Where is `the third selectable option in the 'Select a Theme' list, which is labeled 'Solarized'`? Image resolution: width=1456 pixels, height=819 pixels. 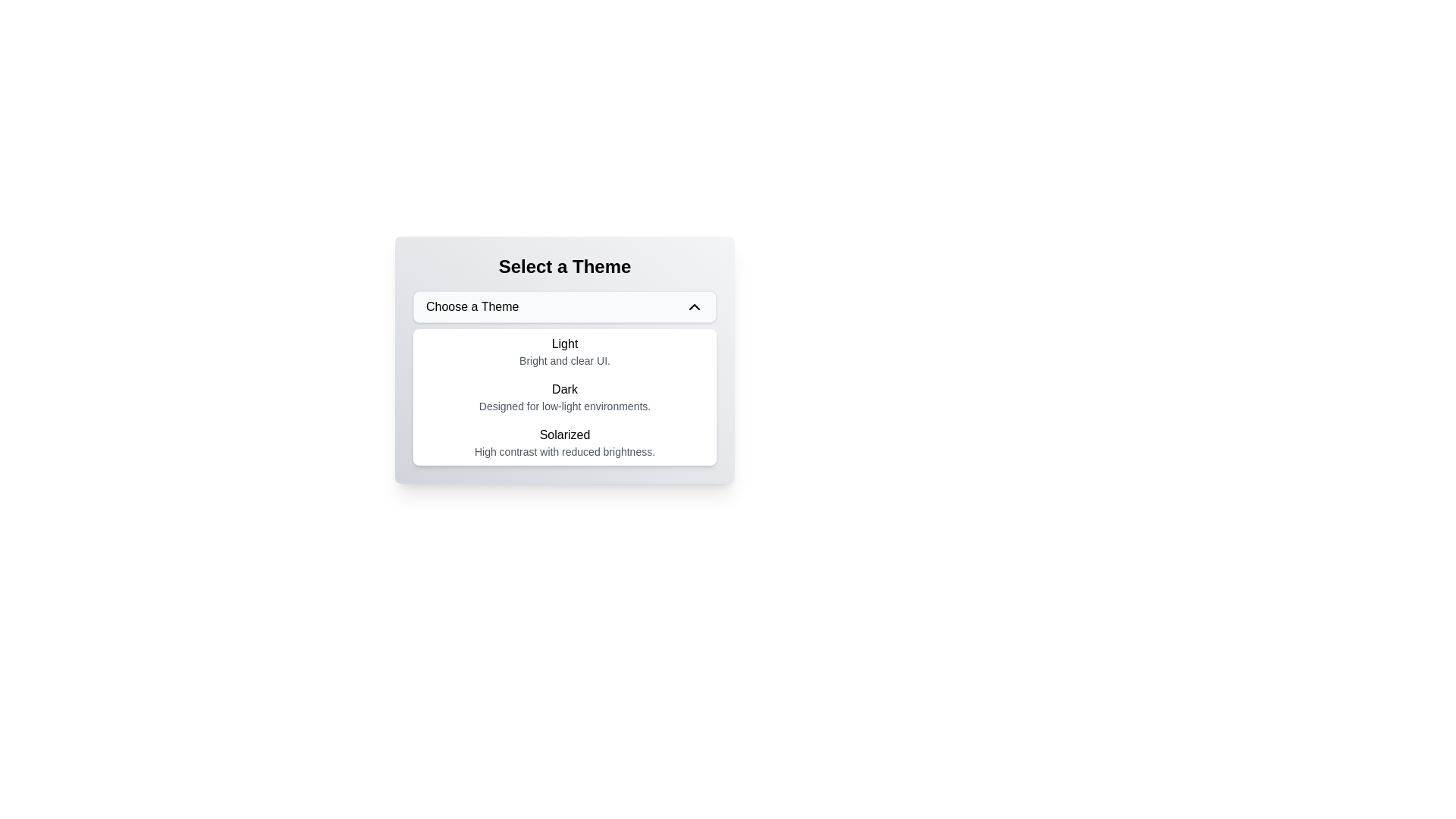
the third selectable option in the 'Select a Theme' list, which is labeled 'Solarized' is located at coordinates (563, 442).